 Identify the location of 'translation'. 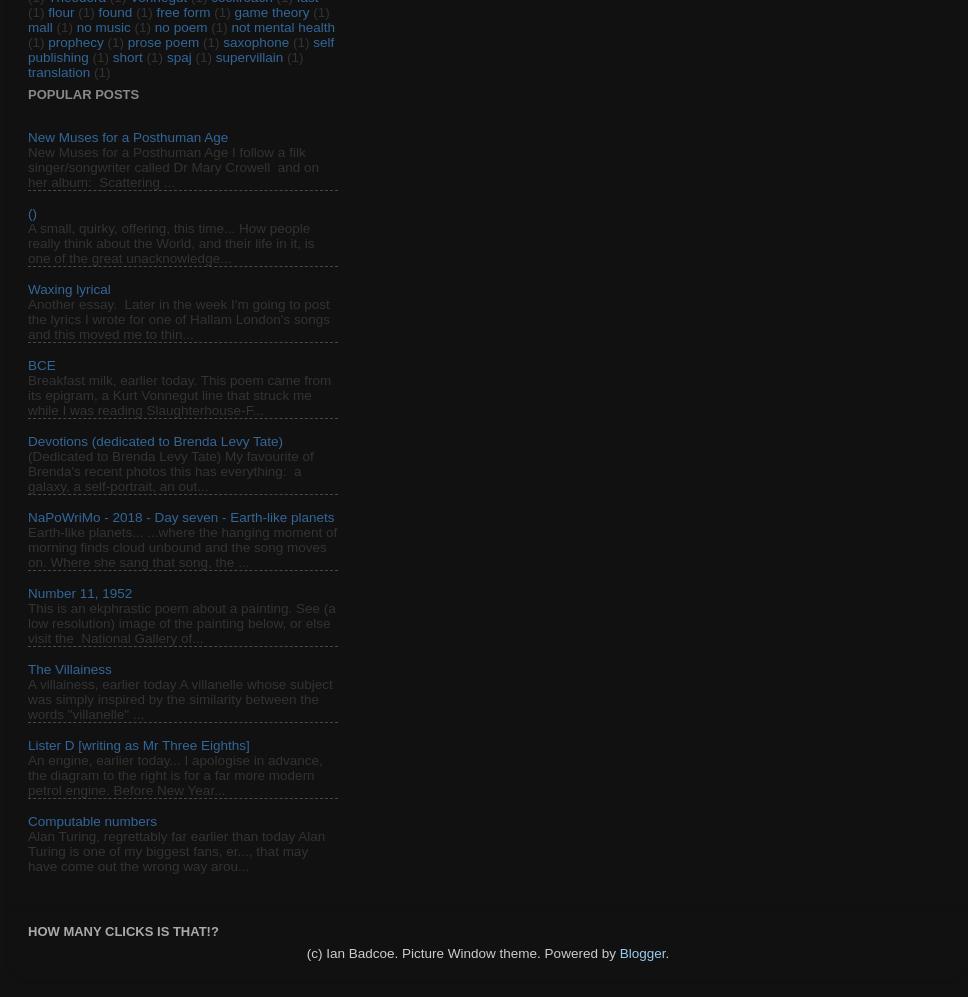
(58, 71).